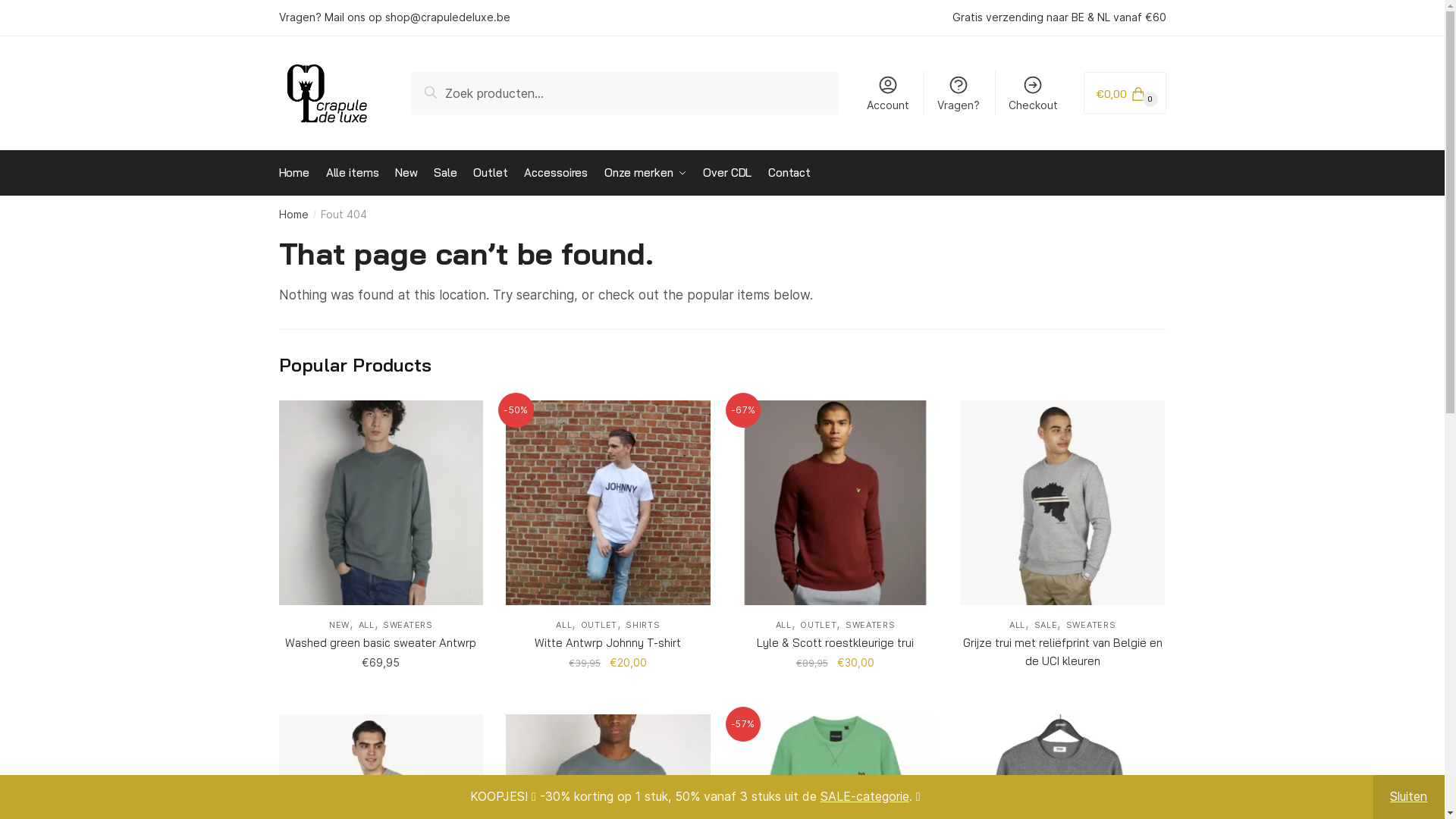 The image size is (1456, 819). What do you see at coordinates (958, 93) in the screenshot?
I see `'Vragen?'` at bounding box center [958, 93].